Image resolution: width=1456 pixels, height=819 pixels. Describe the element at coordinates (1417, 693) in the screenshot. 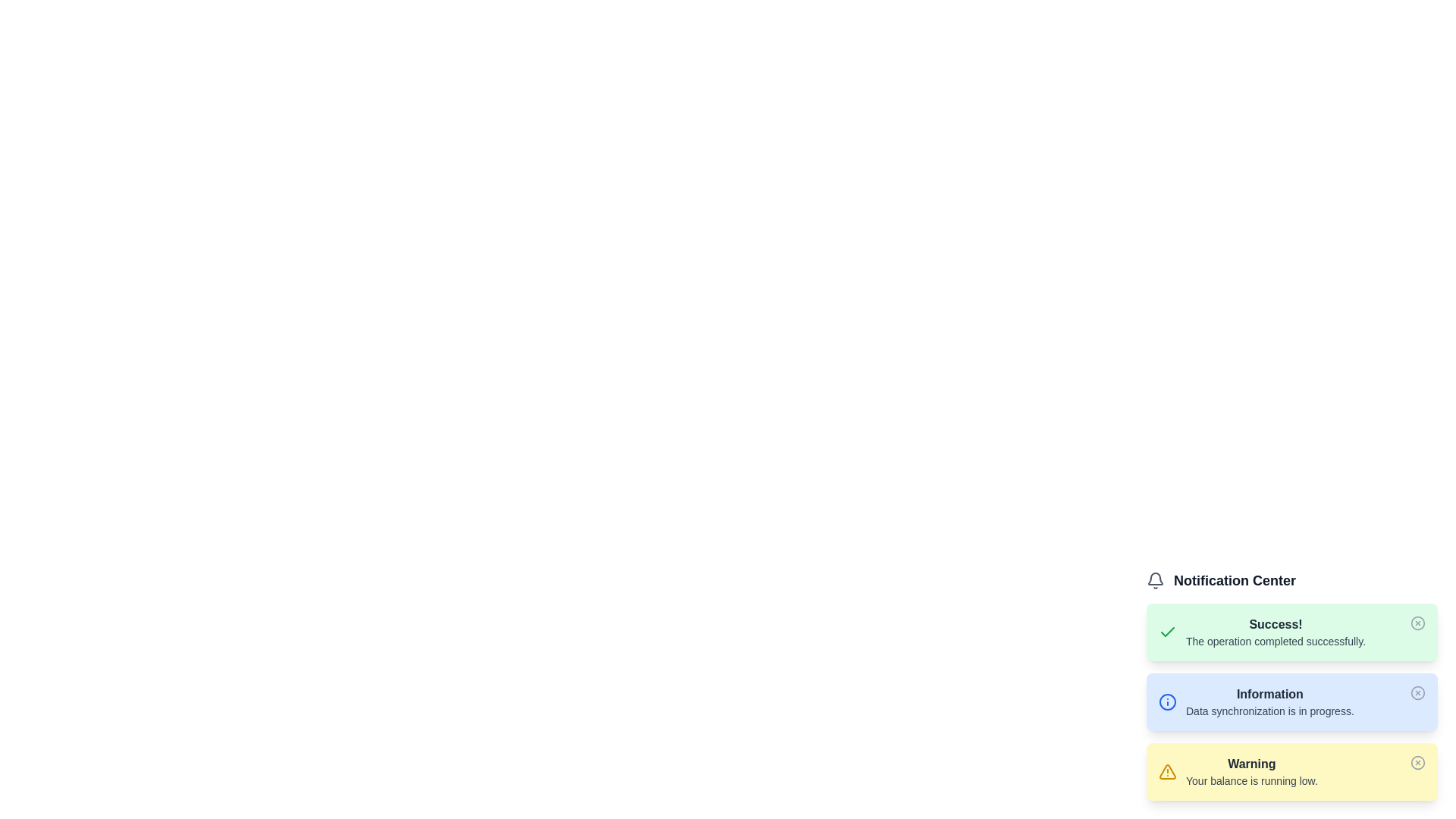

I see `the circular graphical icon located at the center of the blue notification block labeled 'Information.'` at that location.